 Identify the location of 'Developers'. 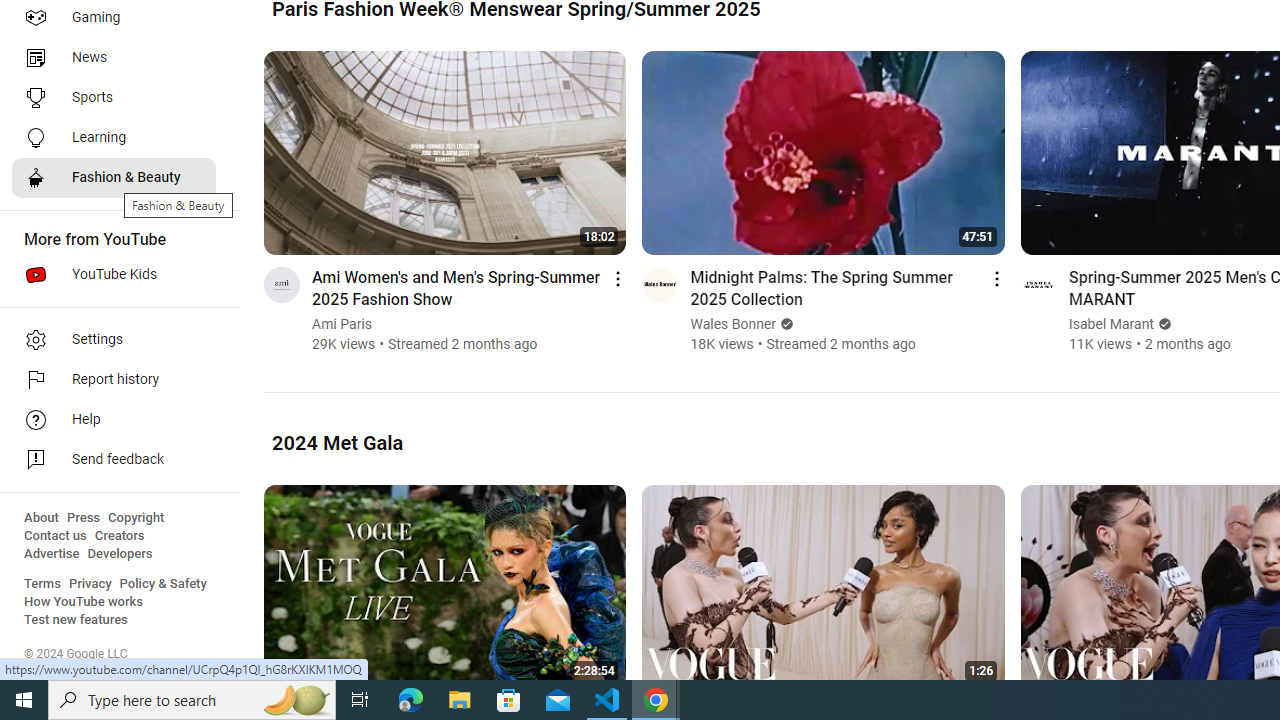
(119, 554).